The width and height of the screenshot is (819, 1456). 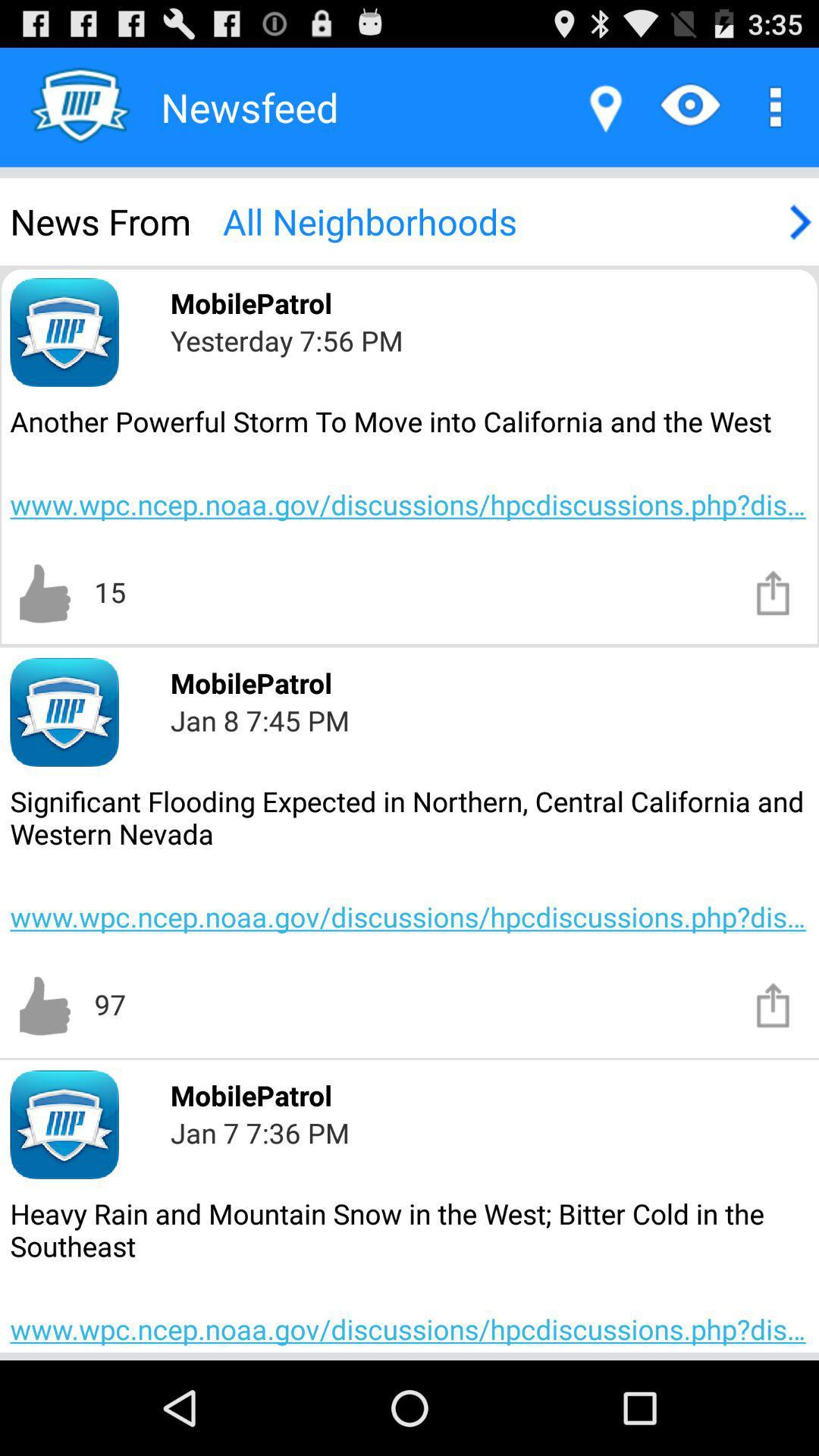 What do you see at coordinates (773, 1004) in the screenshot?
I see `share article` at bounding box center [773, 1004].